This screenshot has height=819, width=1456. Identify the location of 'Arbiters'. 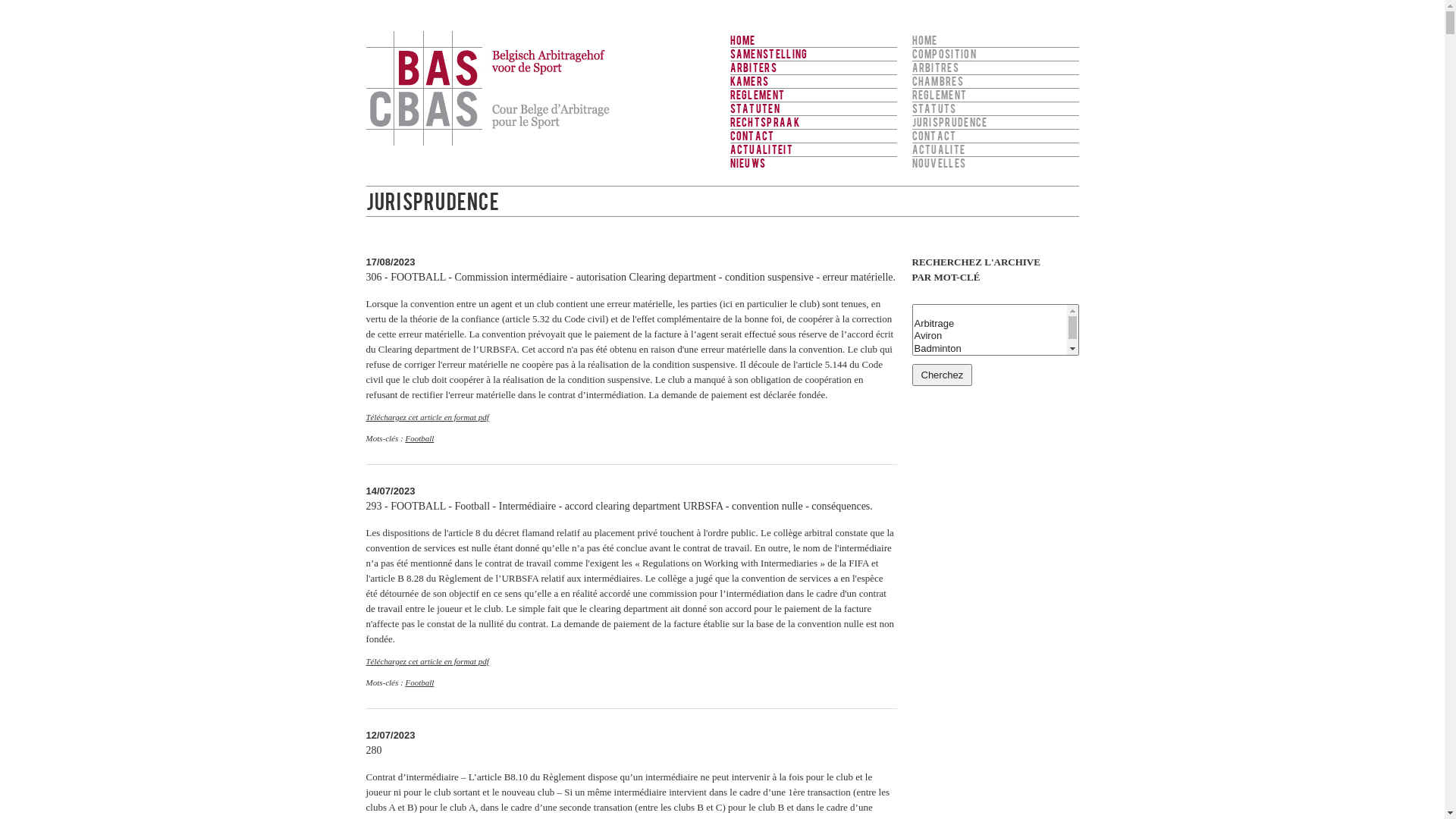
(811, 66).